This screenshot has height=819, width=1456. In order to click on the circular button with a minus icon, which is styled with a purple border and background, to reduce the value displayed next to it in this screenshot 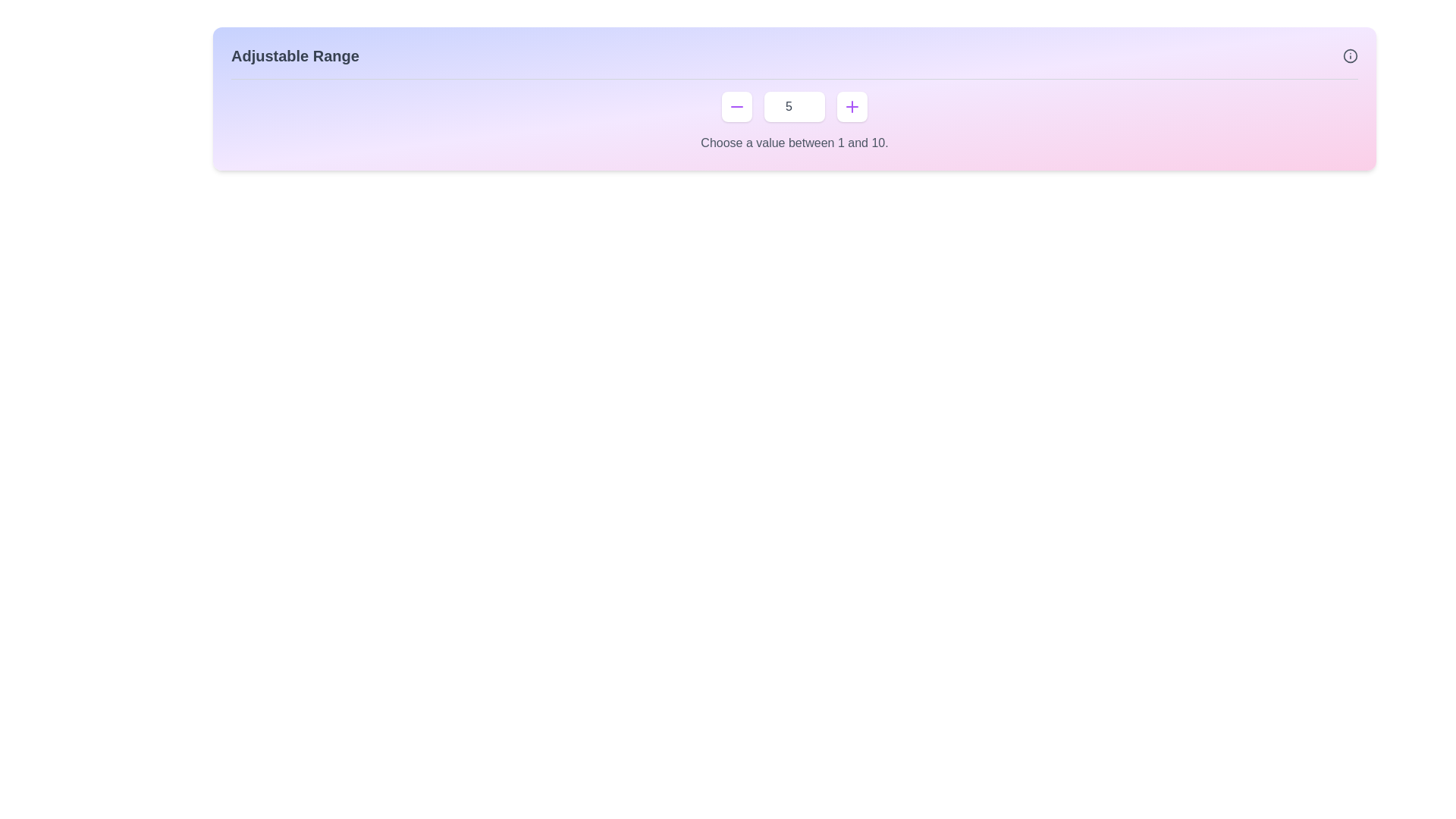, I will do `click(736, 106)`.